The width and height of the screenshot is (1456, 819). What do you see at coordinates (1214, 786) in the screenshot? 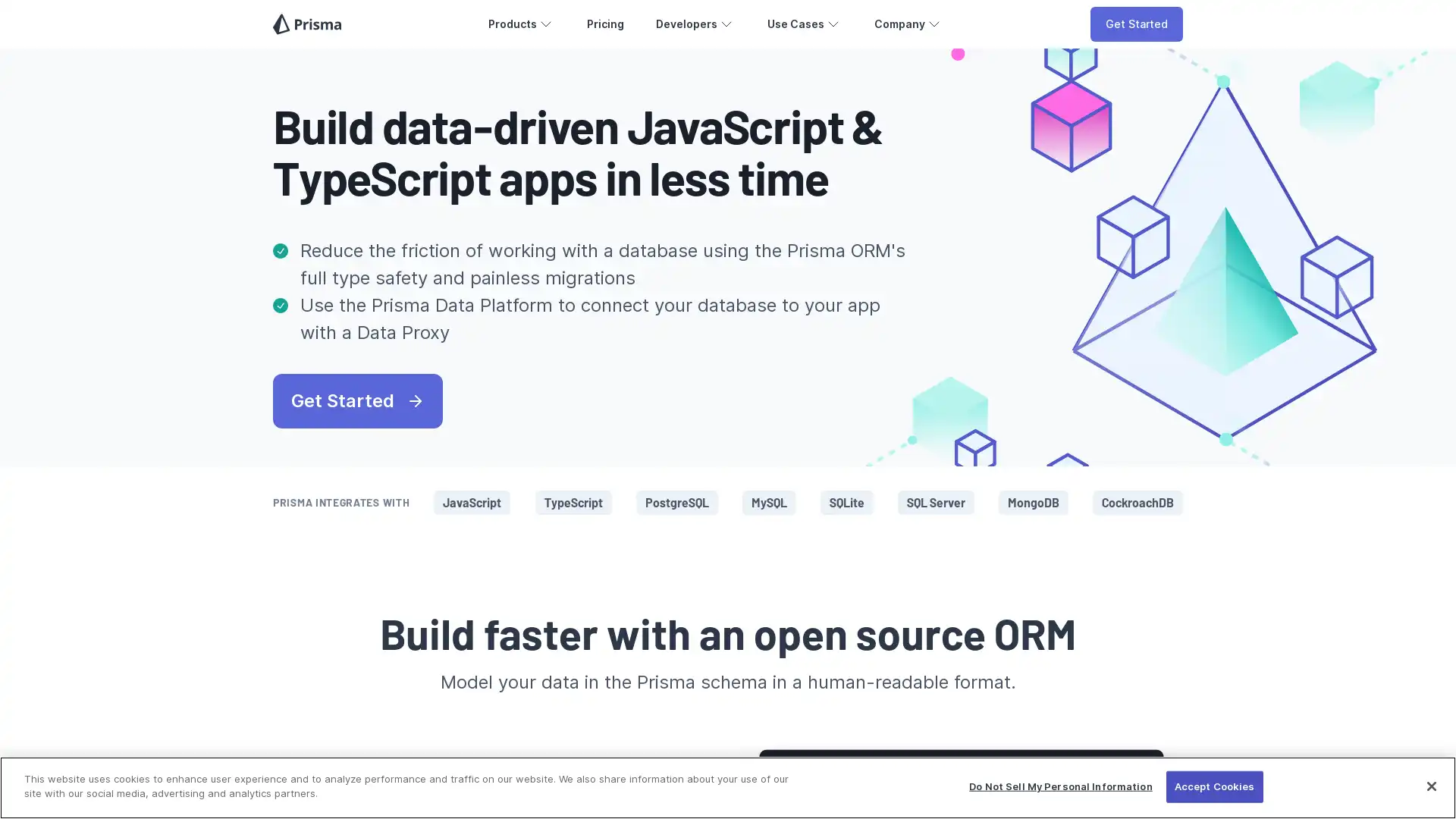
I see `Accept Cookies` at bounding box center [1214, 786].